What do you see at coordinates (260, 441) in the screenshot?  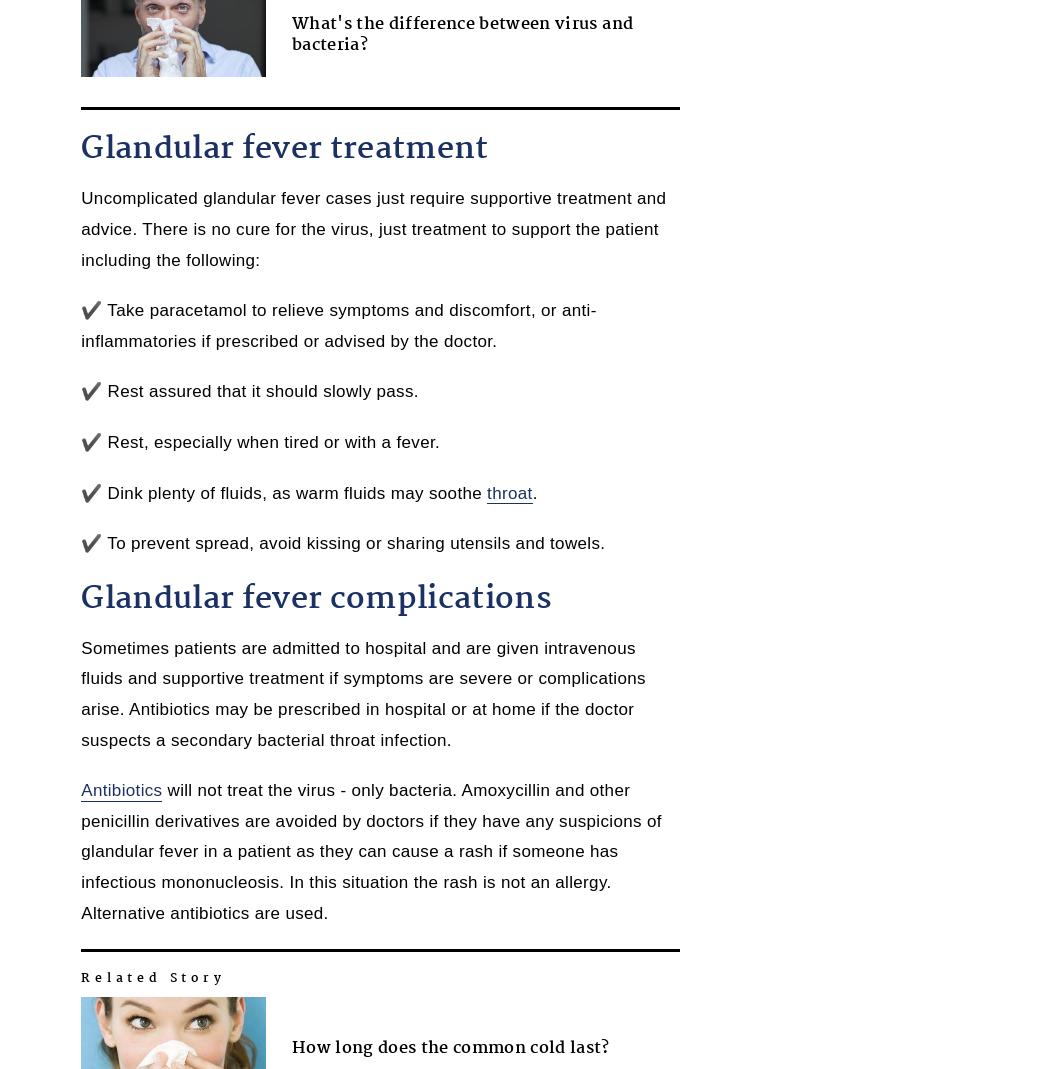 I see `'✔️ Rest, especially when tired or with a fever.'` at bounding box center [260, 441].